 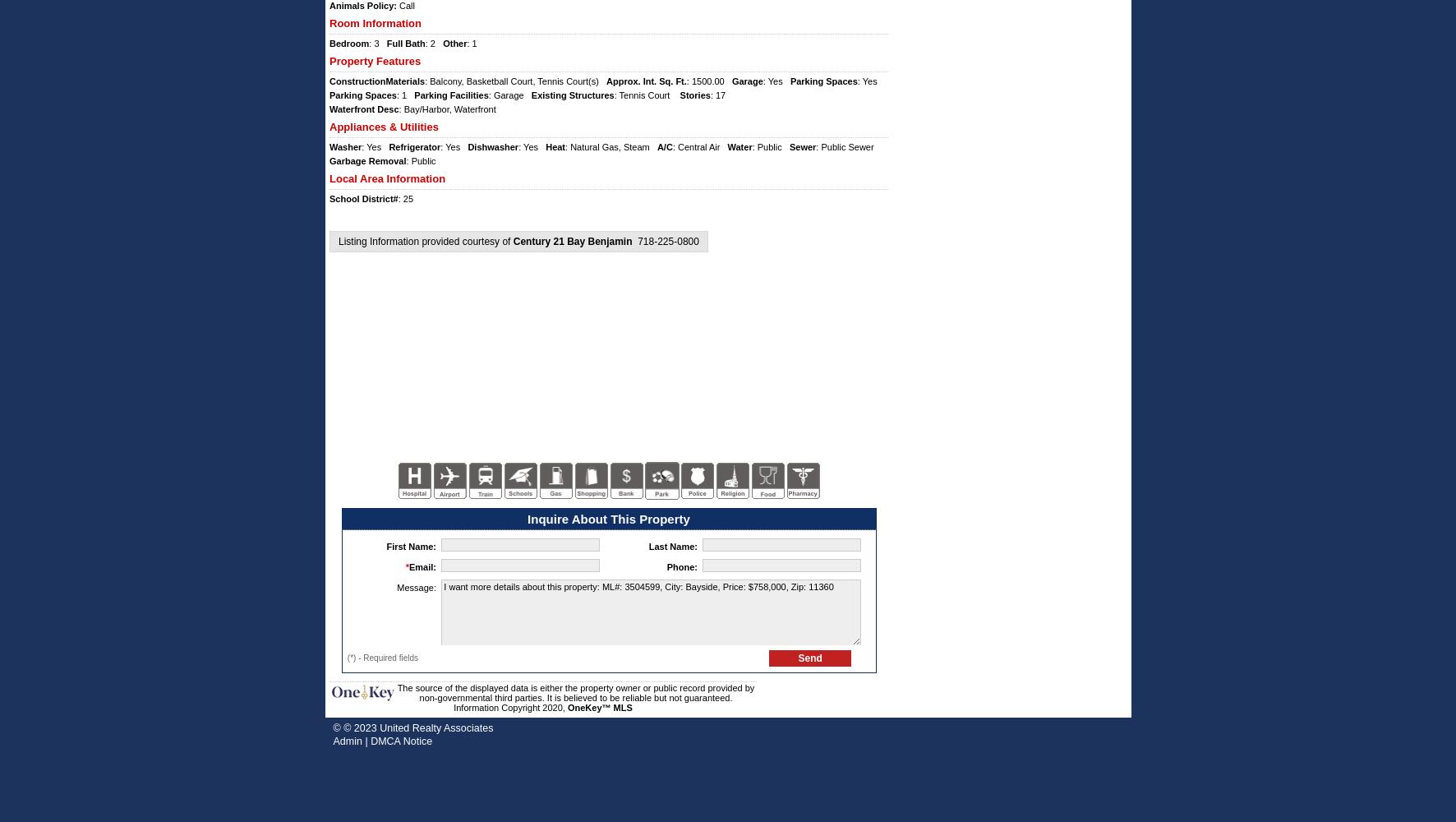 I want to click on ': 1500.00', so click(x=707, y=81).